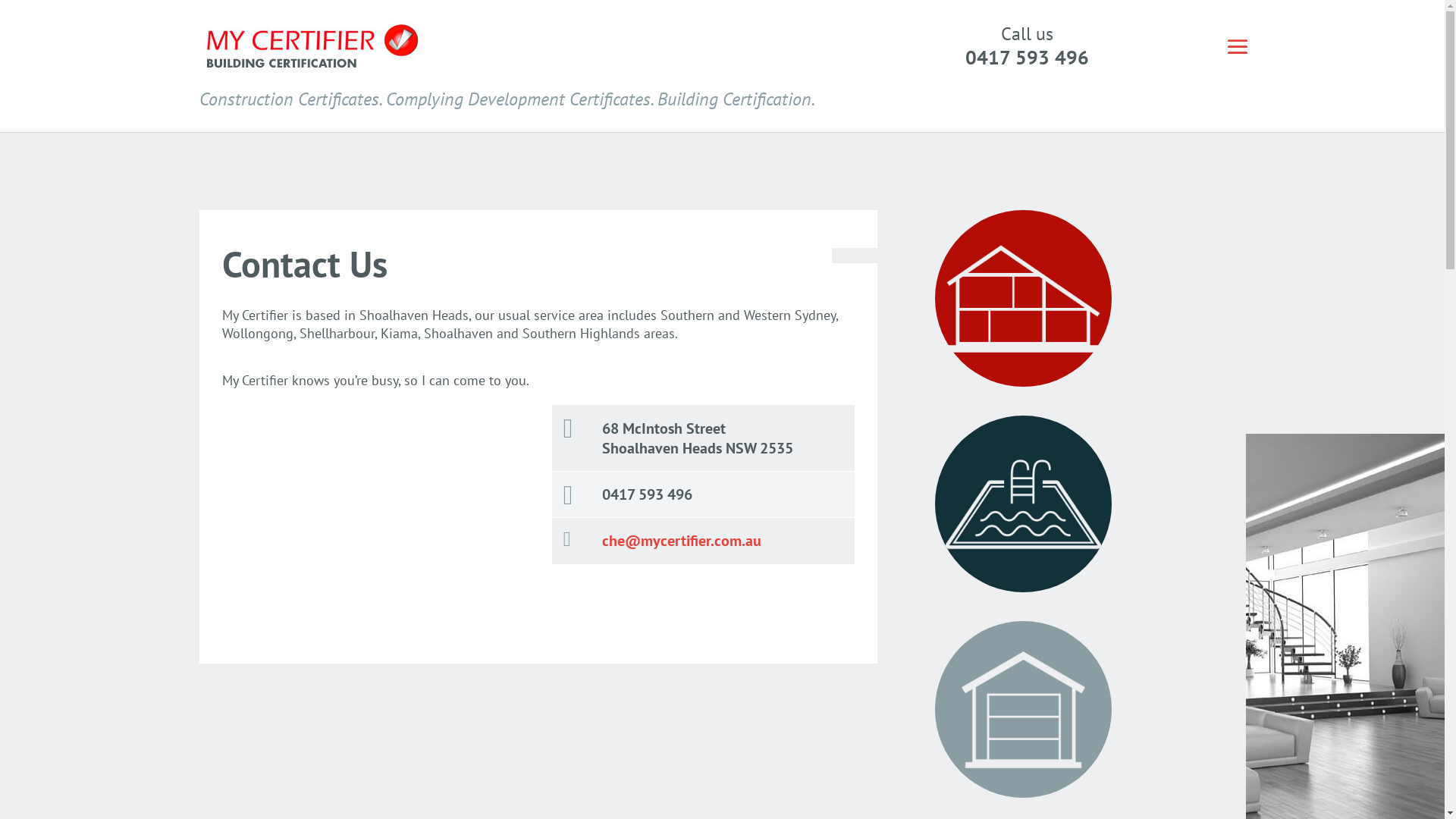 The width and height of the screenshot is (1456, 819). I want to click on 'che@mycertifier.com.au', so click(680, 539).